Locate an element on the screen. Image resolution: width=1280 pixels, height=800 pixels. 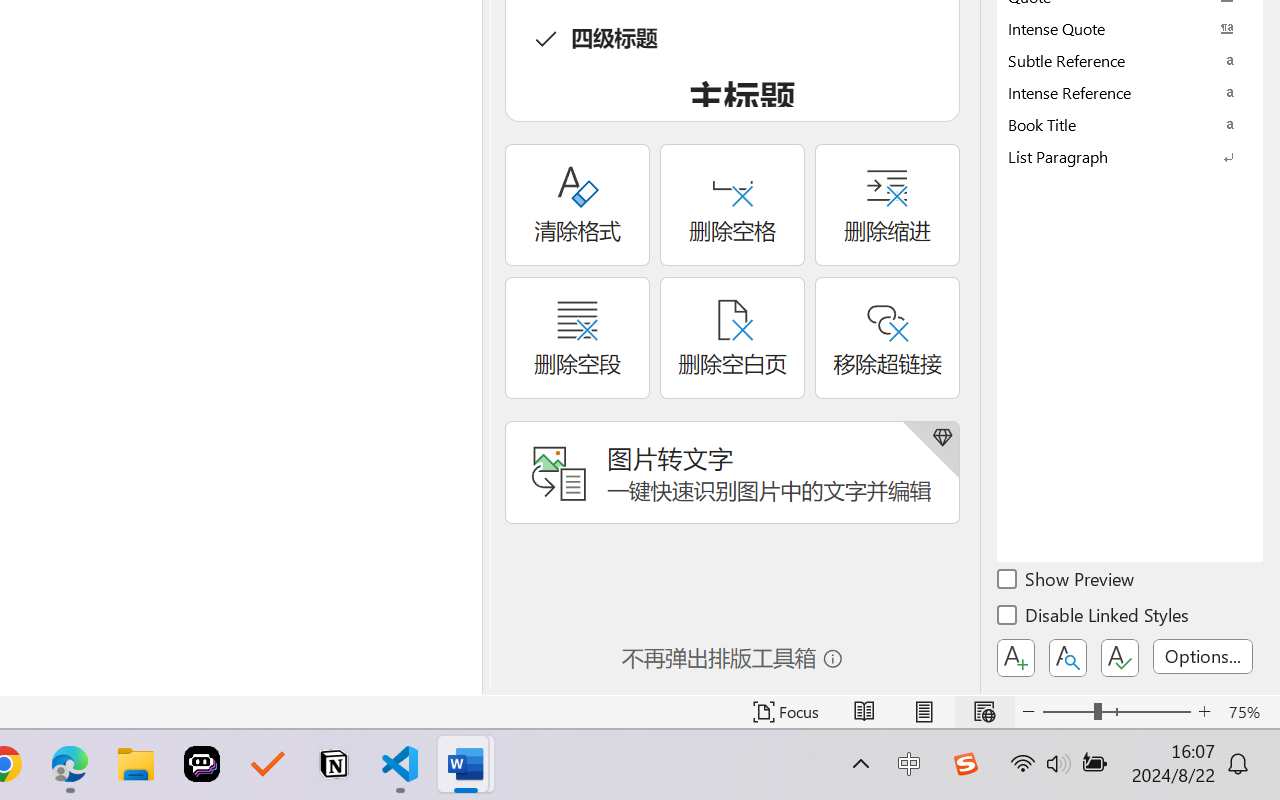
'Disable Linked Styles' is located at coordinates (1094, 618).